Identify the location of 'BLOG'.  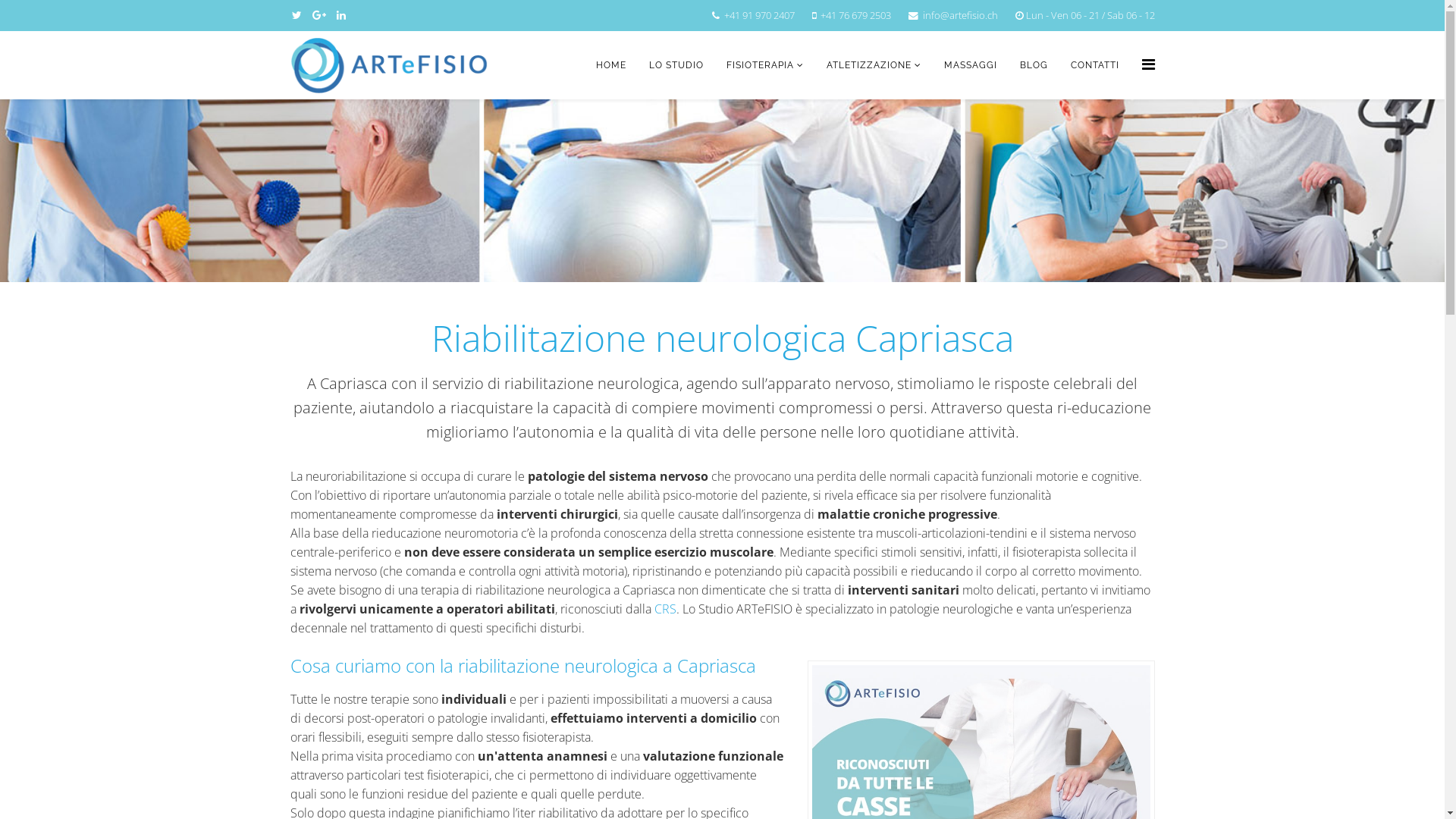
(1008, 64).